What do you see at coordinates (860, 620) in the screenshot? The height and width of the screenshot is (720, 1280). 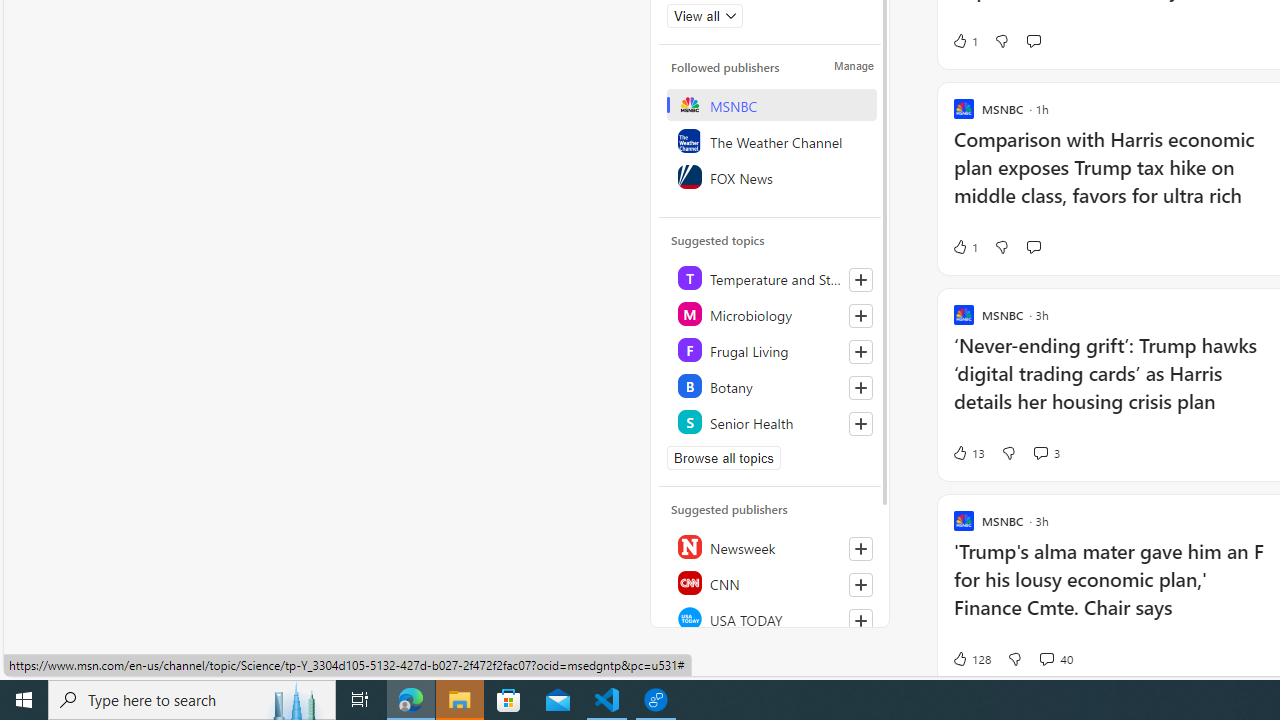 I see `'Follow this source'` at bounding box center [860, 620].